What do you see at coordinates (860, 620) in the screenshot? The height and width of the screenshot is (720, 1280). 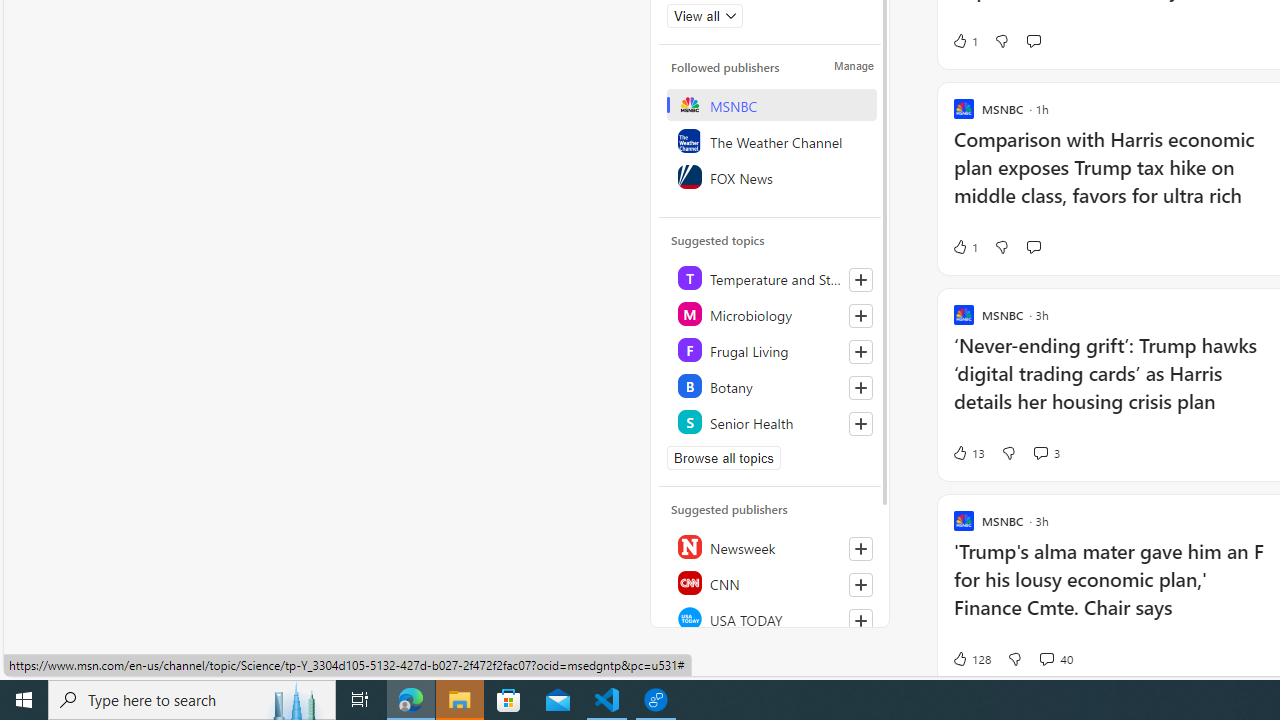 I see `'Follow this source'` at bounding box center [860, 620].